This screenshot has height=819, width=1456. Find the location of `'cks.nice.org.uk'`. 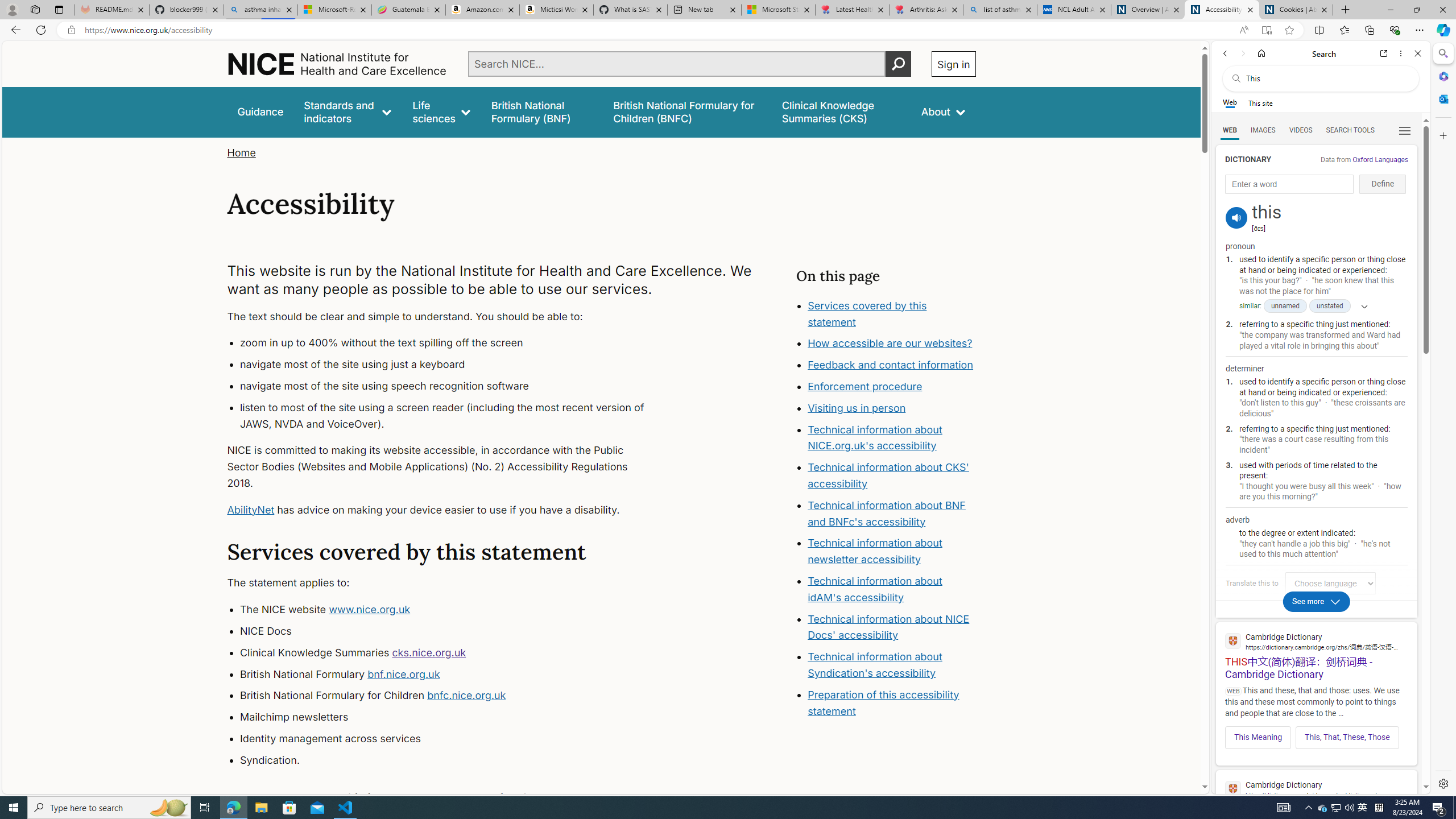

'cks.nice.org.uk' is located at coordinates (428, 651).